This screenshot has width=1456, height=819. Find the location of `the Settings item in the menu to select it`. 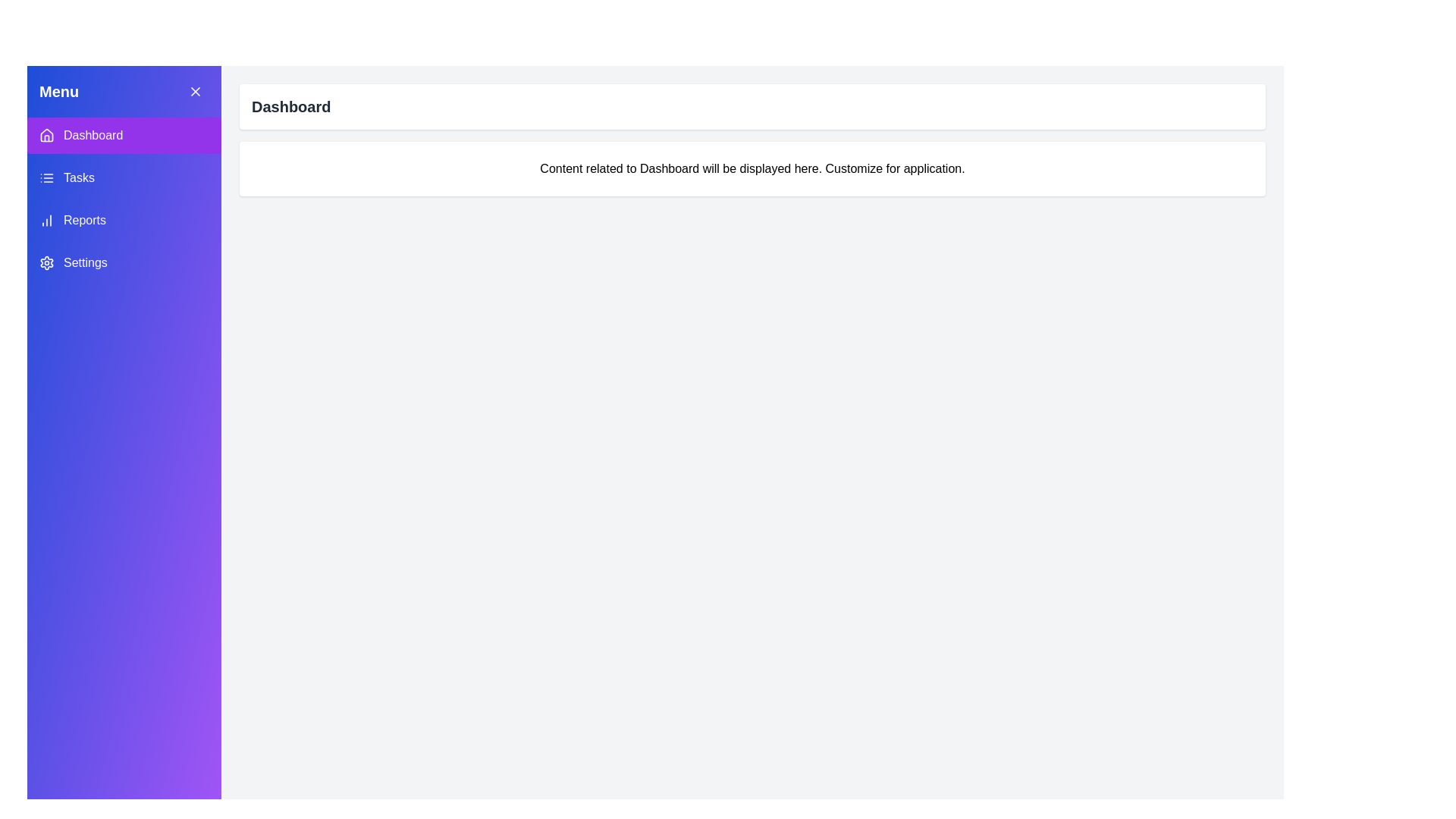

the Settings item in the menu to select it is located at coordinates (124, 262).